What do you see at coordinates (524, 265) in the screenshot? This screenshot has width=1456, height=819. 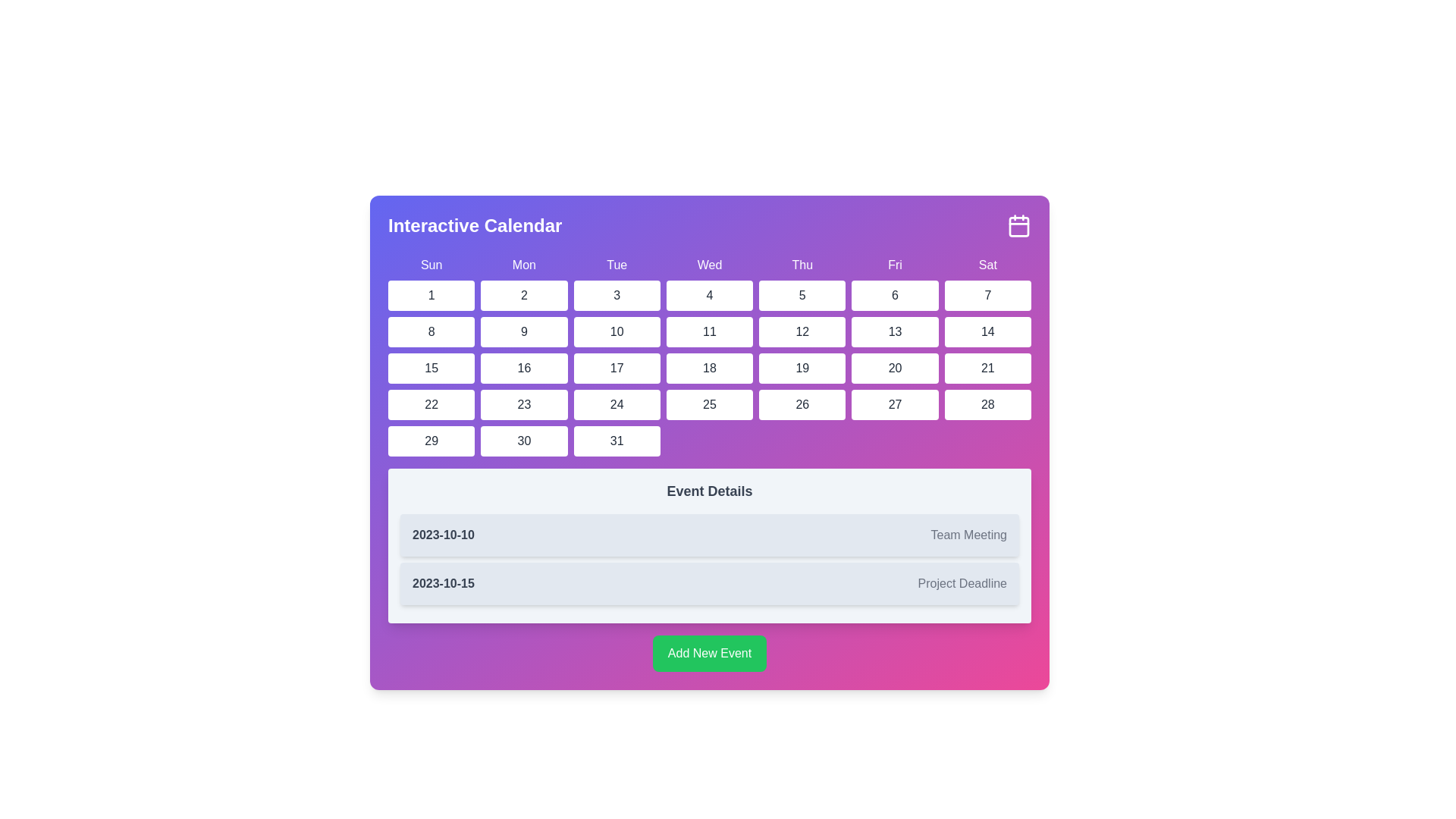 I see `the text label displaying 'Mon' in white font against a purple gradient background, which is the second item in the row of days of the week in the calendar interface` at bounding box center [524, 265].